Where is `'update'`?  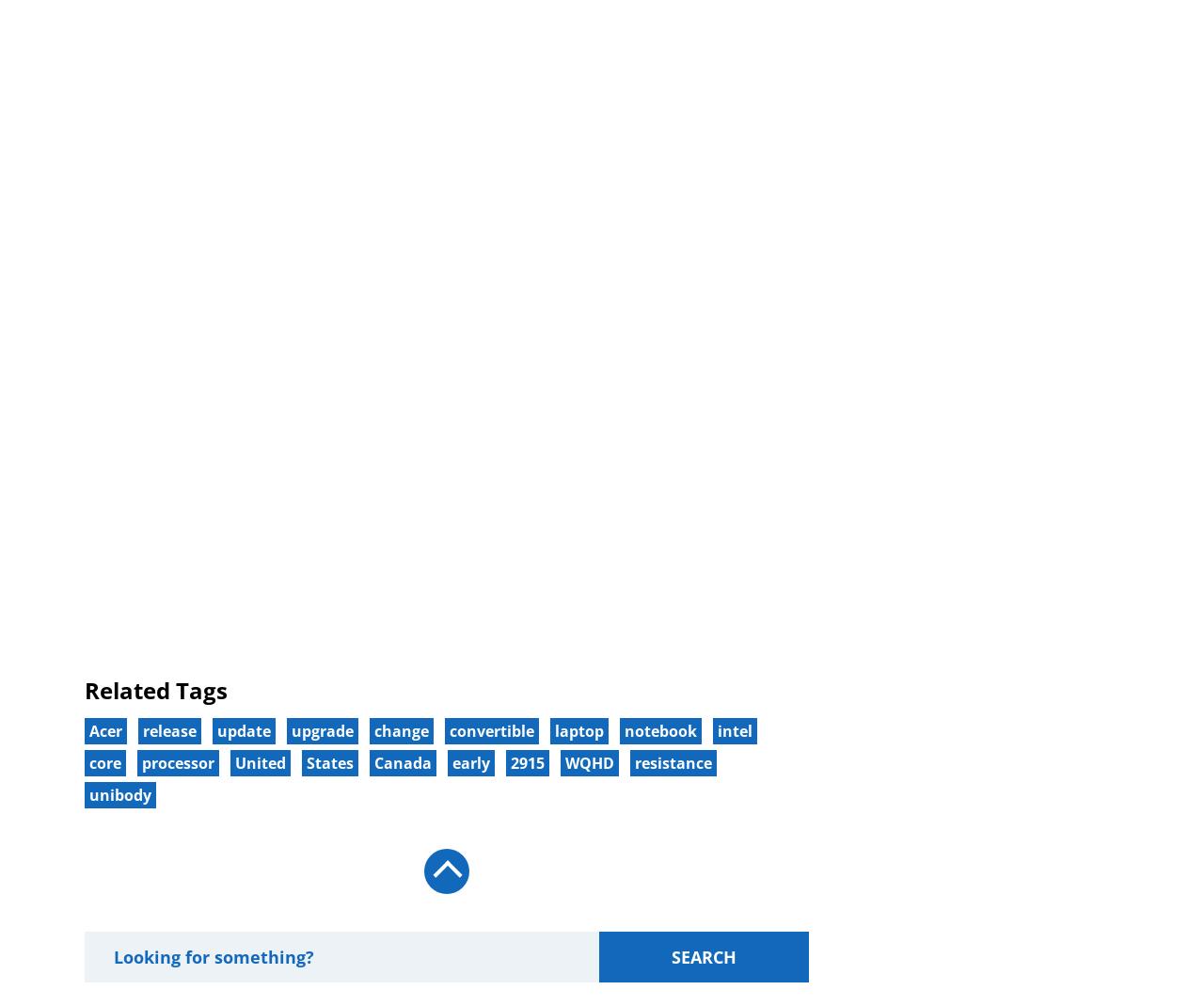
'update' is located at coordinates (243, 729).